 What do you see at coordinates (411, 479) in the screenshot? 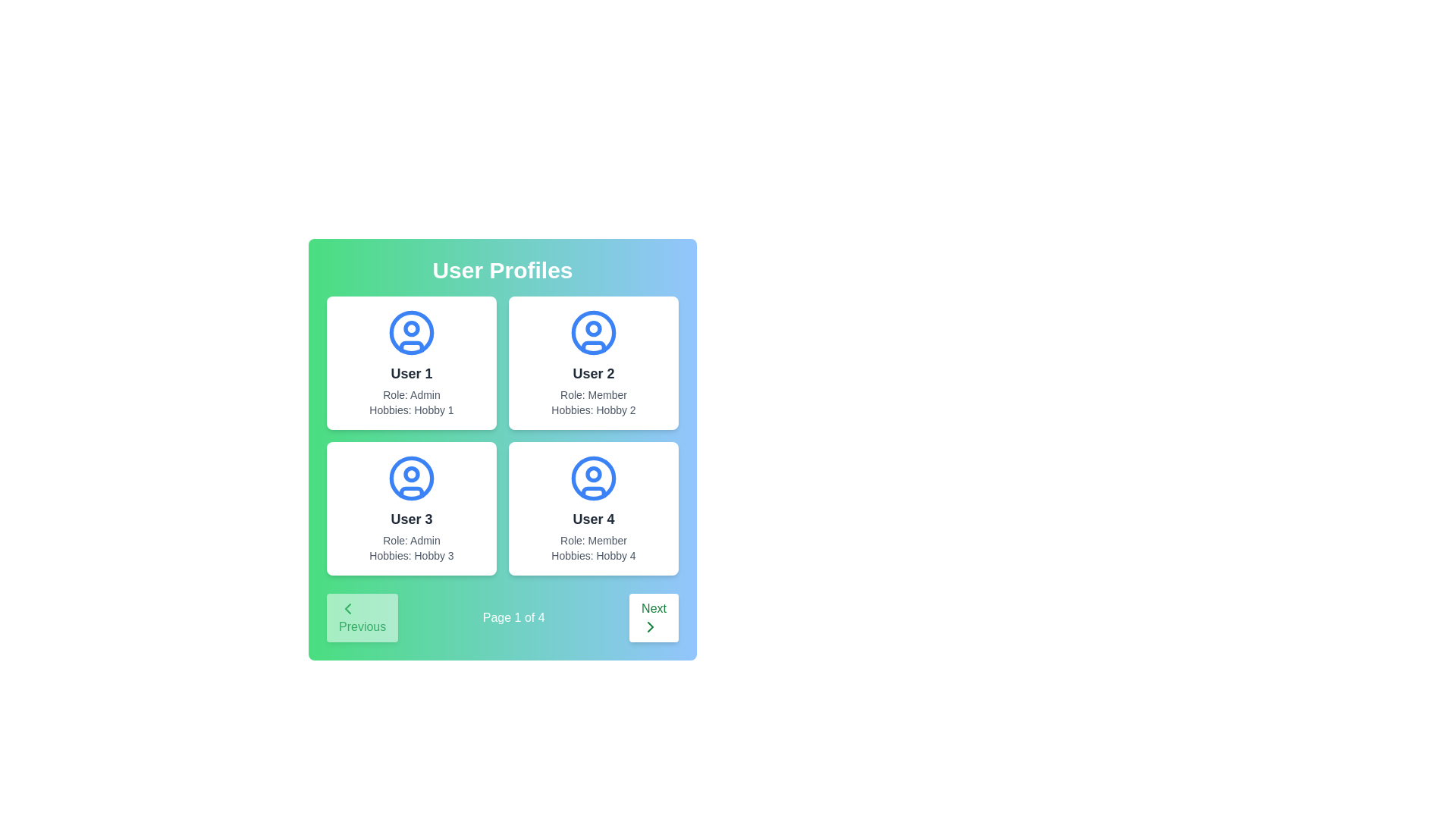
I see `the circular user avatar icon for 'User 3', which features a blue outline and a user figure inside, located in the third profile card` at bounding box center [411, 479].